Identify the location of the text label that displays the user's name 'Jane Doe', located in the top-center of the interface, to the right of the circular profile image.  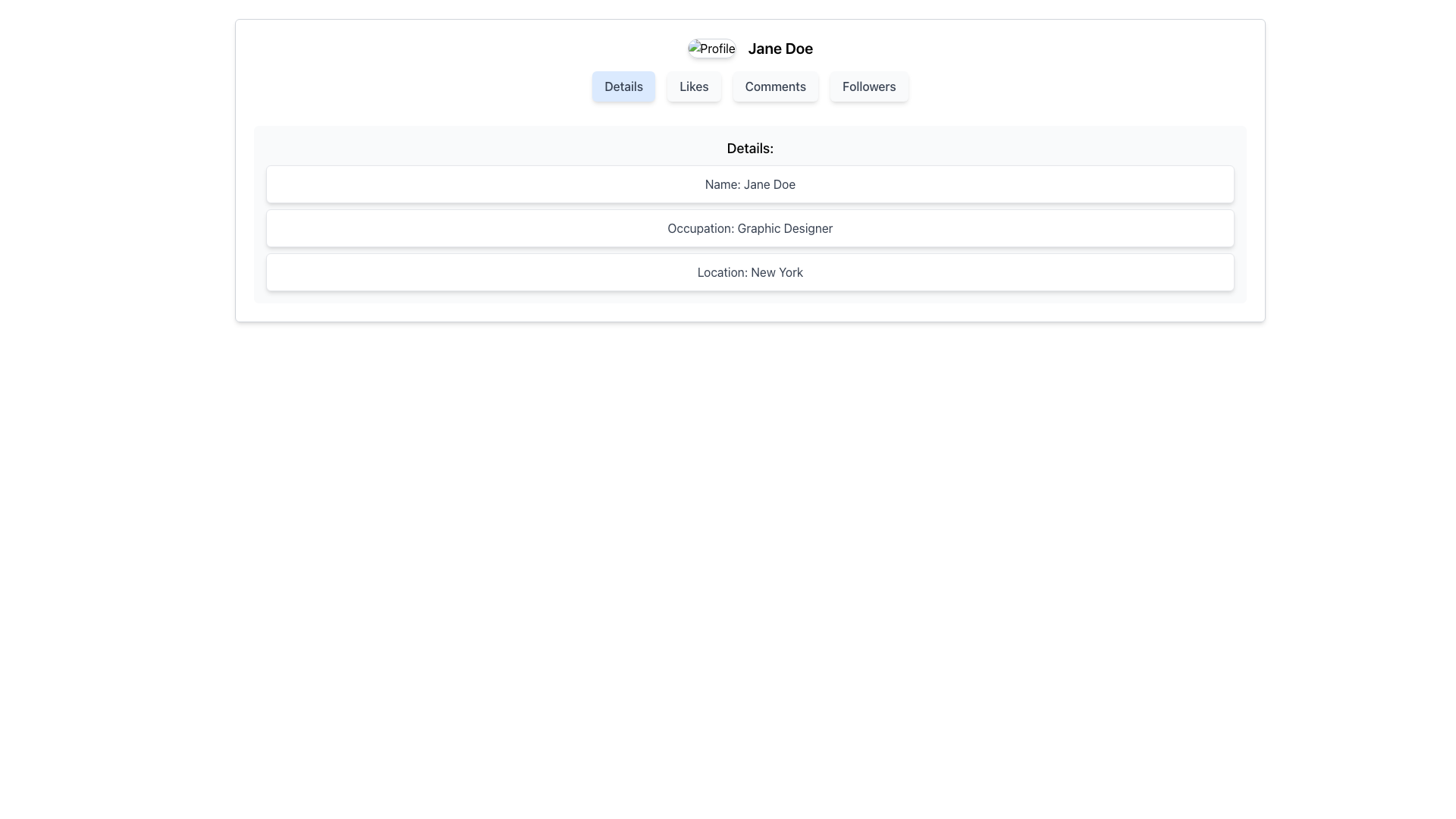
(780, 48).